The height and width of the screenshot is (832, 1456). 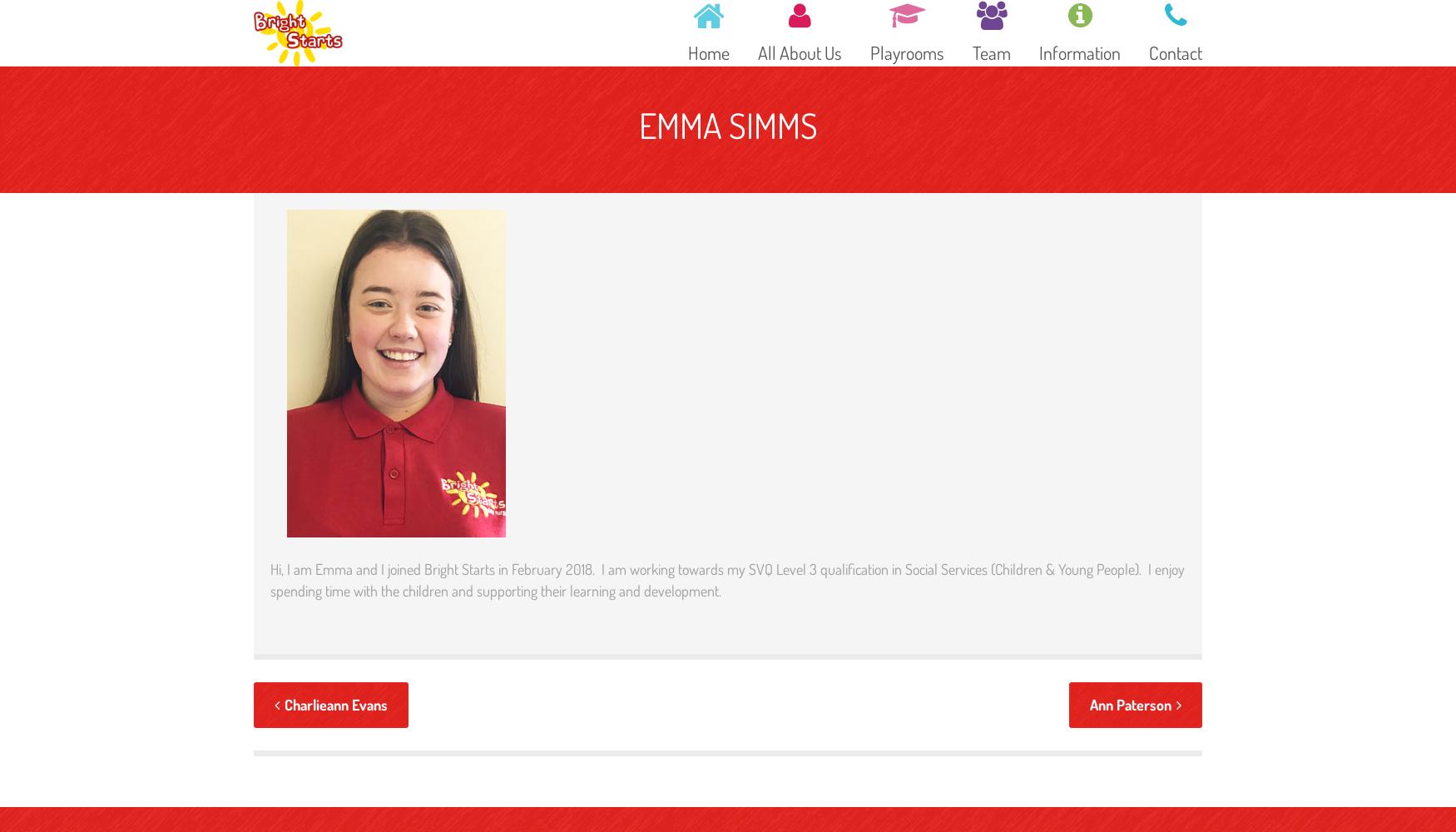 I want to click on 'Information', so click(x=1078, y=52).